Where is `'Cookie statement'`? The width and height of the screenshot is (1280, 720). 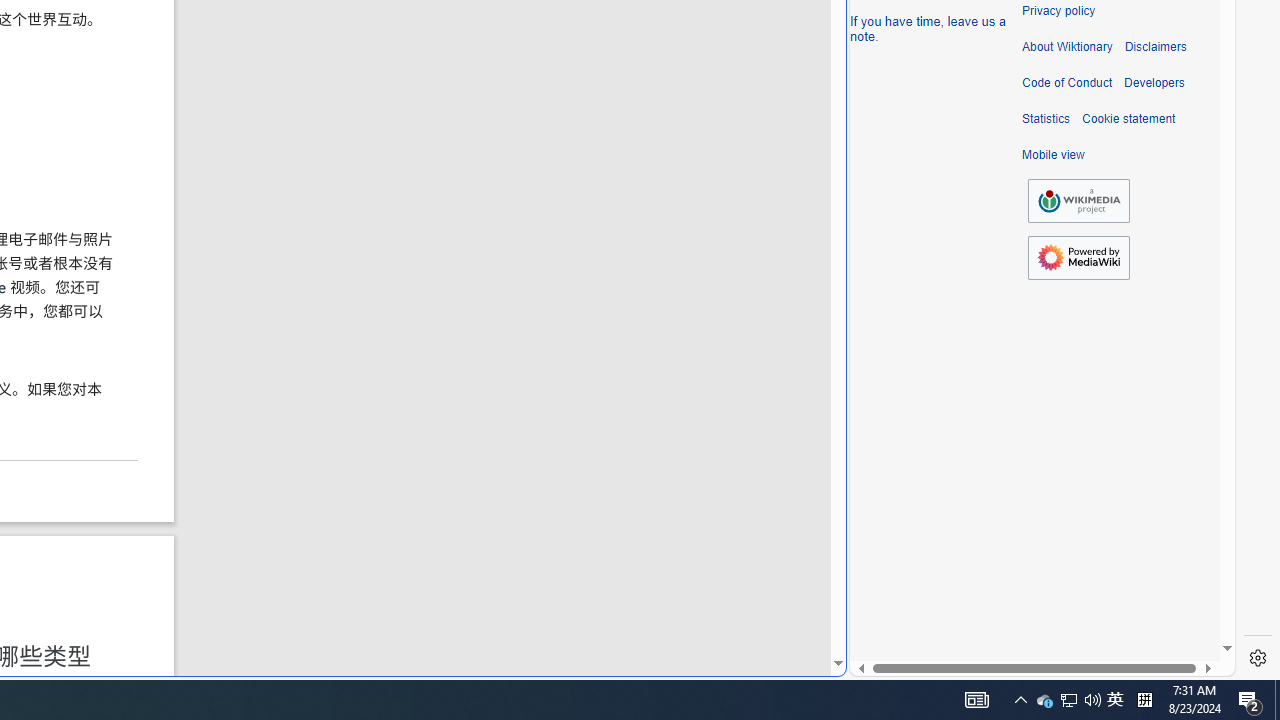
'Cookie statement' is located at coordinates (1128, 119).